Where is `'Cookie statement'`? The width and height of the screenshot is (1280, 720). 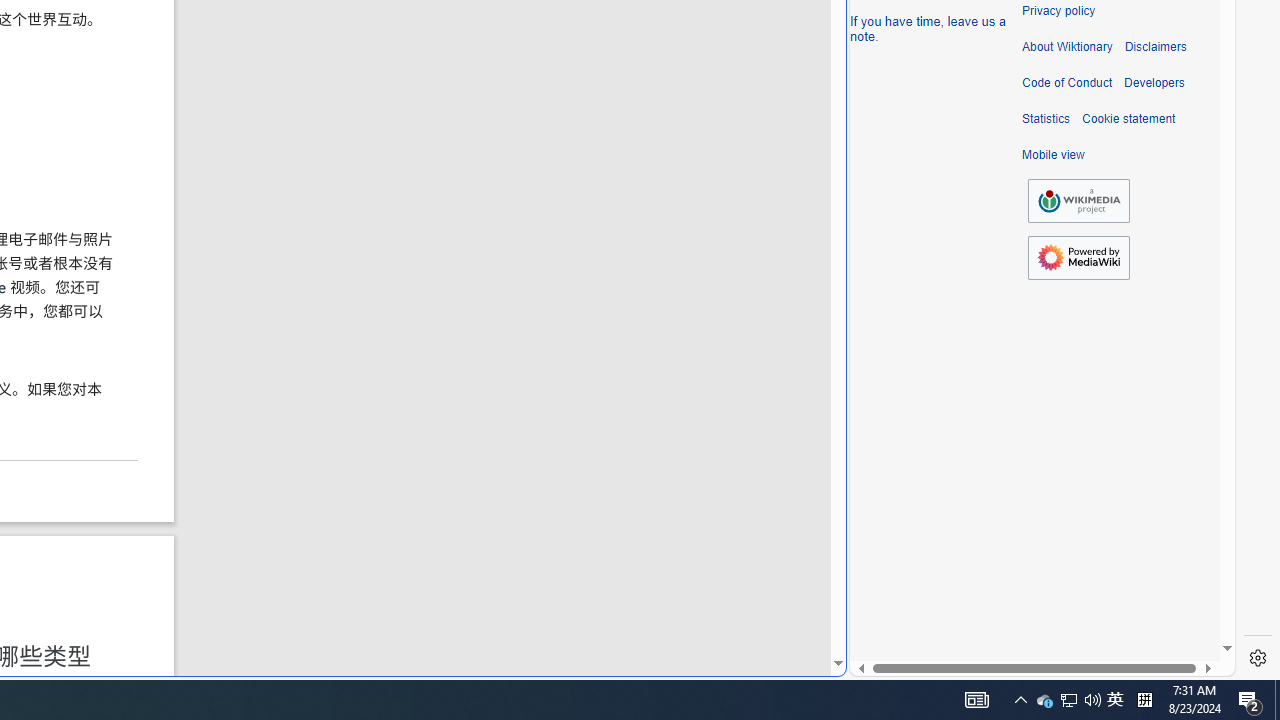
'Cookie statement' is located at coordinates (1128, 119).